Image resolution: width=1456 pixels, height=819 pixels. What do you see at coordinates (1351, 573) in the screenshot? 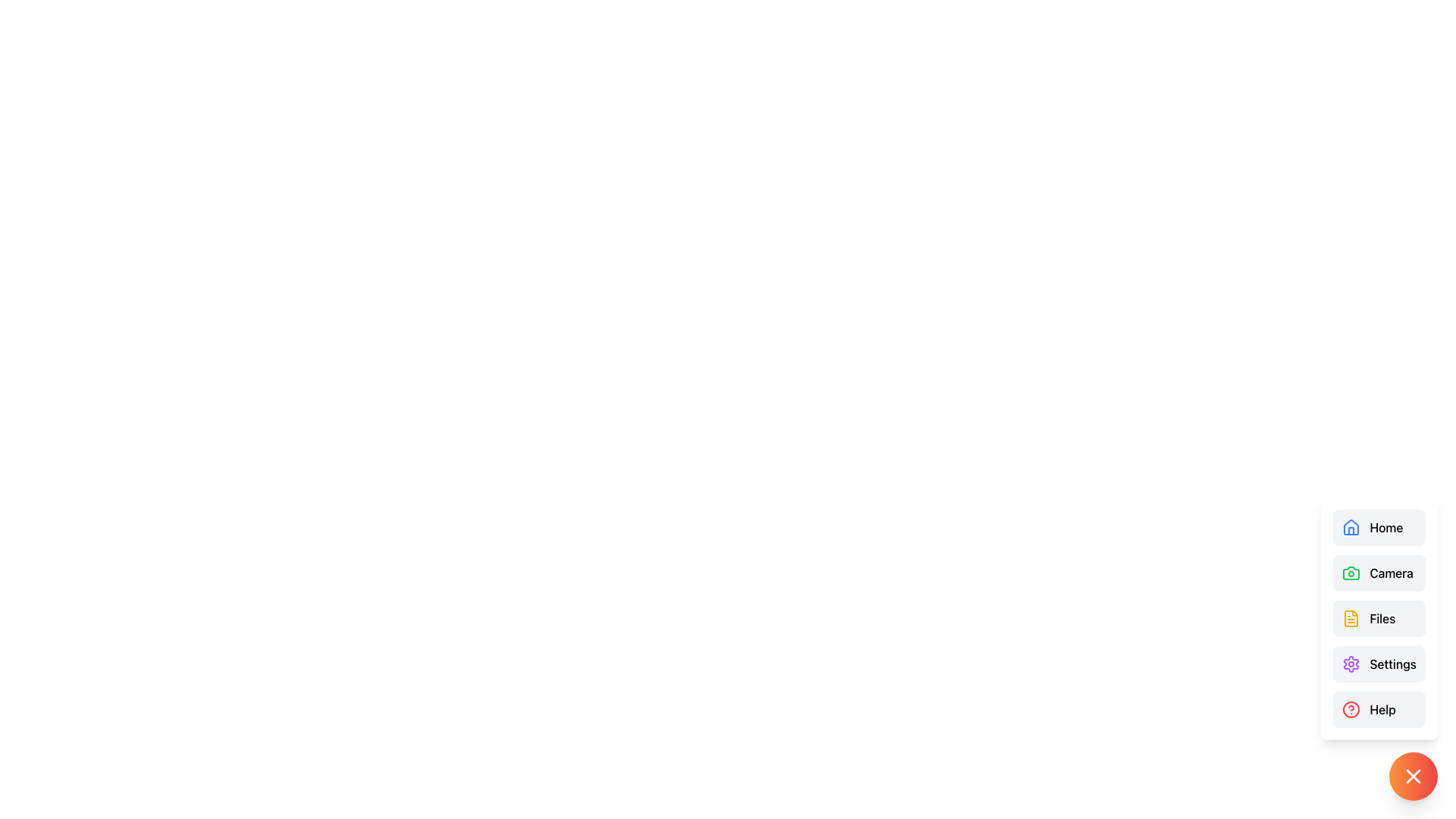
I see `the active camera icon located in the vertical menu on the right side of the interface, which is styled with green strokes and positioned second from the top` at bounding box center [1351, 573].